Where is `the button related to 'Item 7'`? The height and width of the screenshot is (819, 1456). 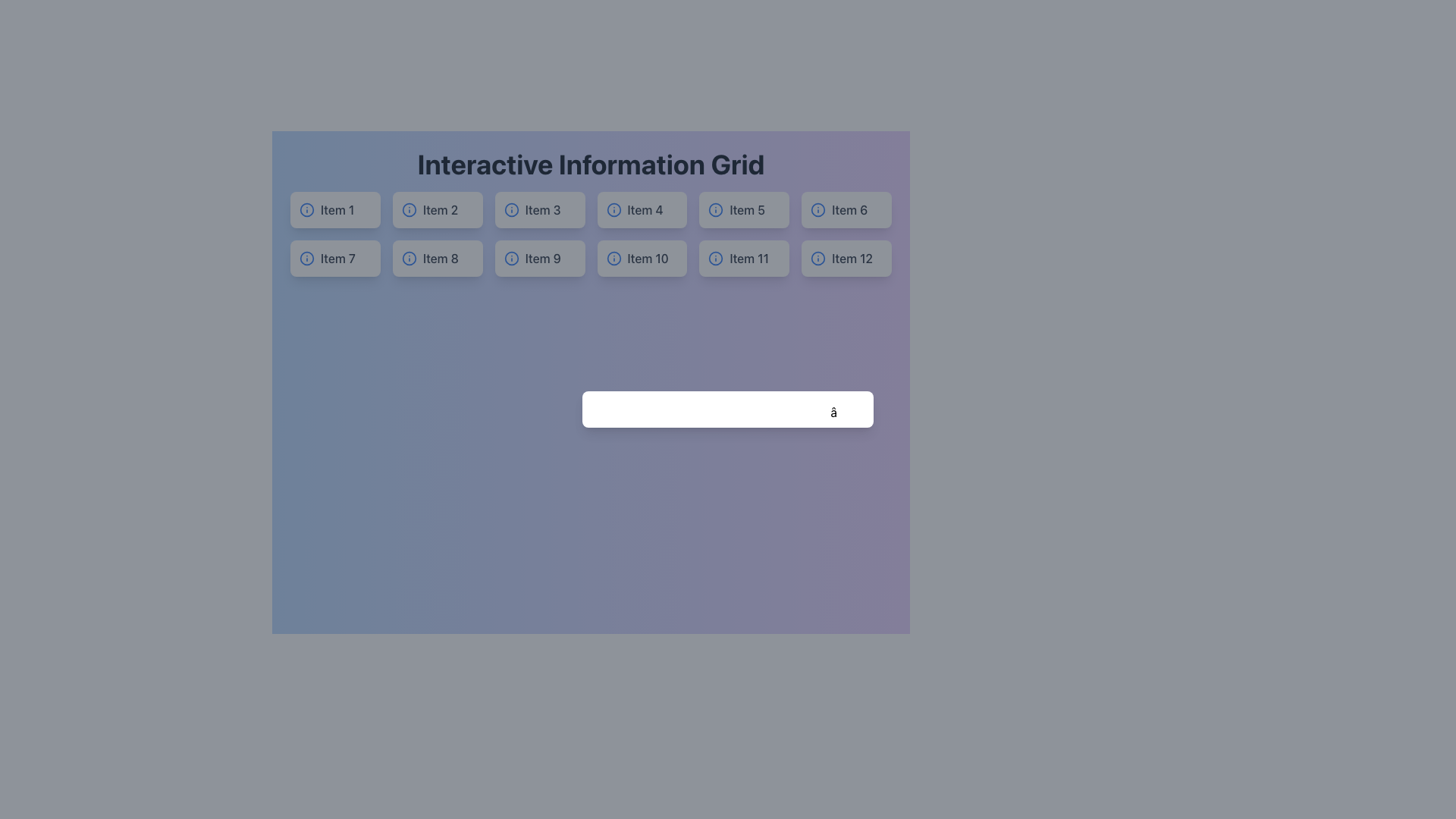 the button related to 'Item 7' is located at coordinates (334, 257).